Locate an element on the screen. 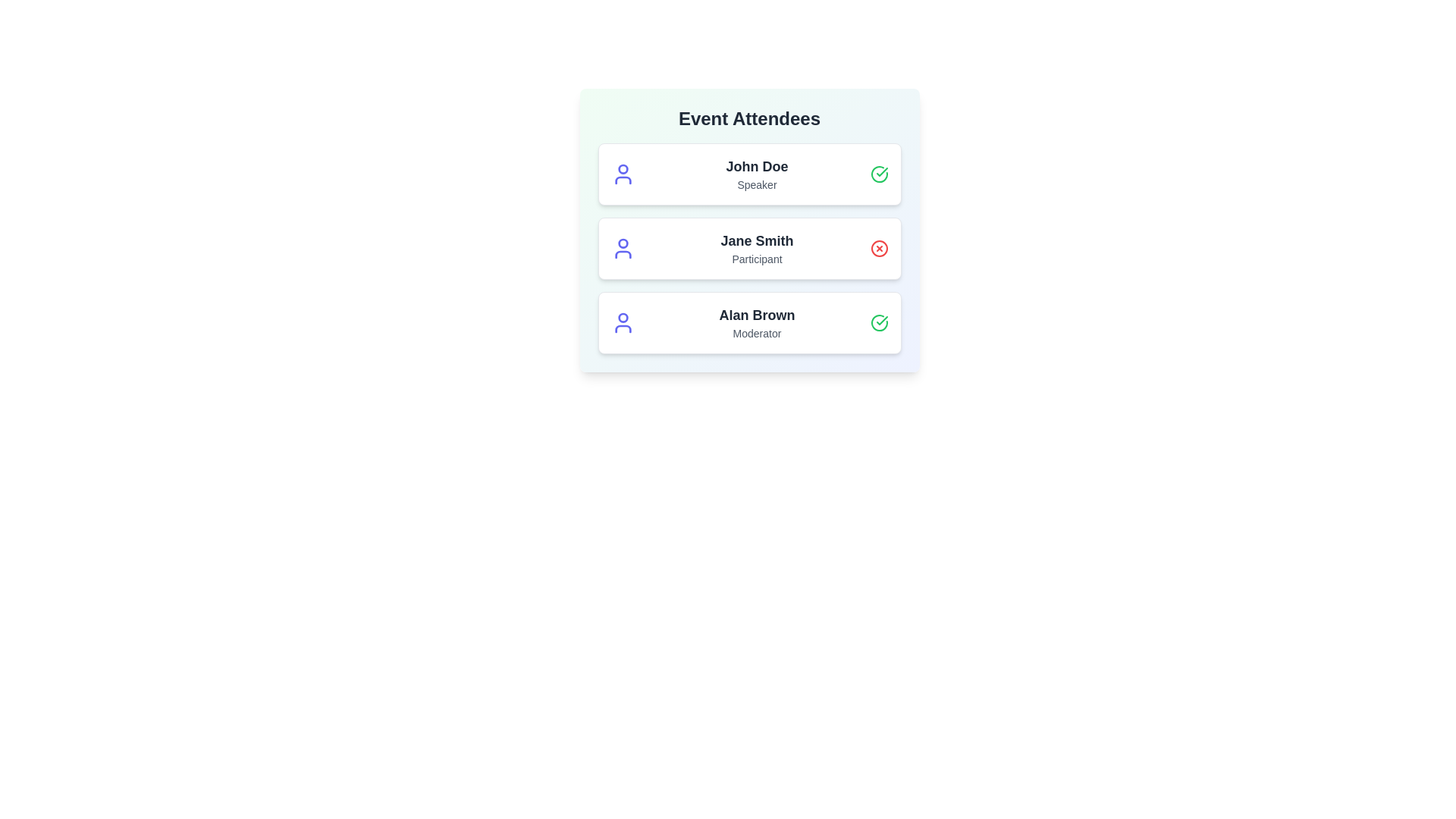 Image resolution: width=1456 pixels, height=819 pixels. the status icon for Alan Brown to toggle their attendance status is located at coordinates (879, 322).